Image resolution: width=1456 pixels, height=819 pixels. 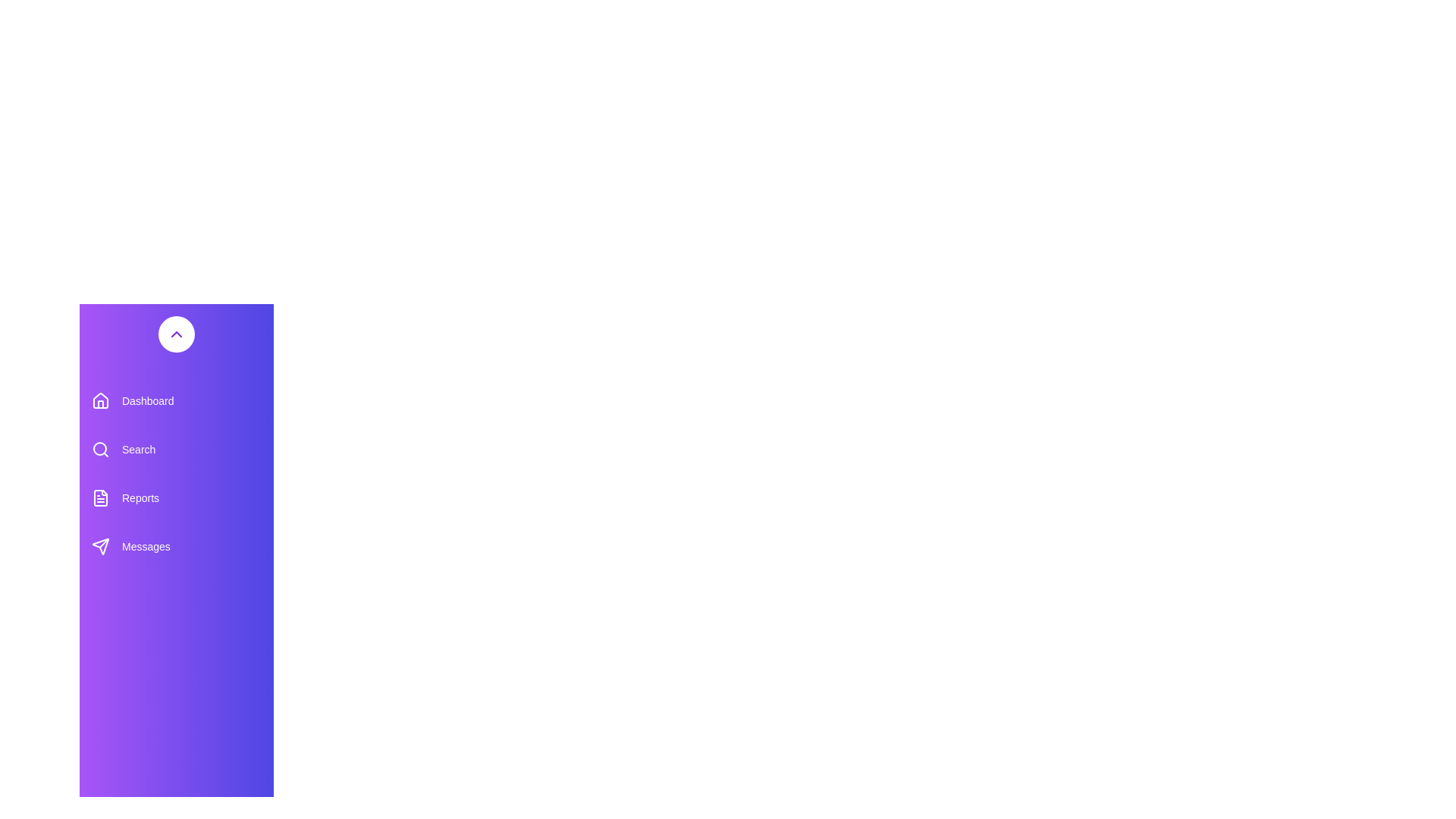 I want to click on the triangular graphical icon resembling a paper plane in the 'Messages' navigation item, so click(x=100, y=547).